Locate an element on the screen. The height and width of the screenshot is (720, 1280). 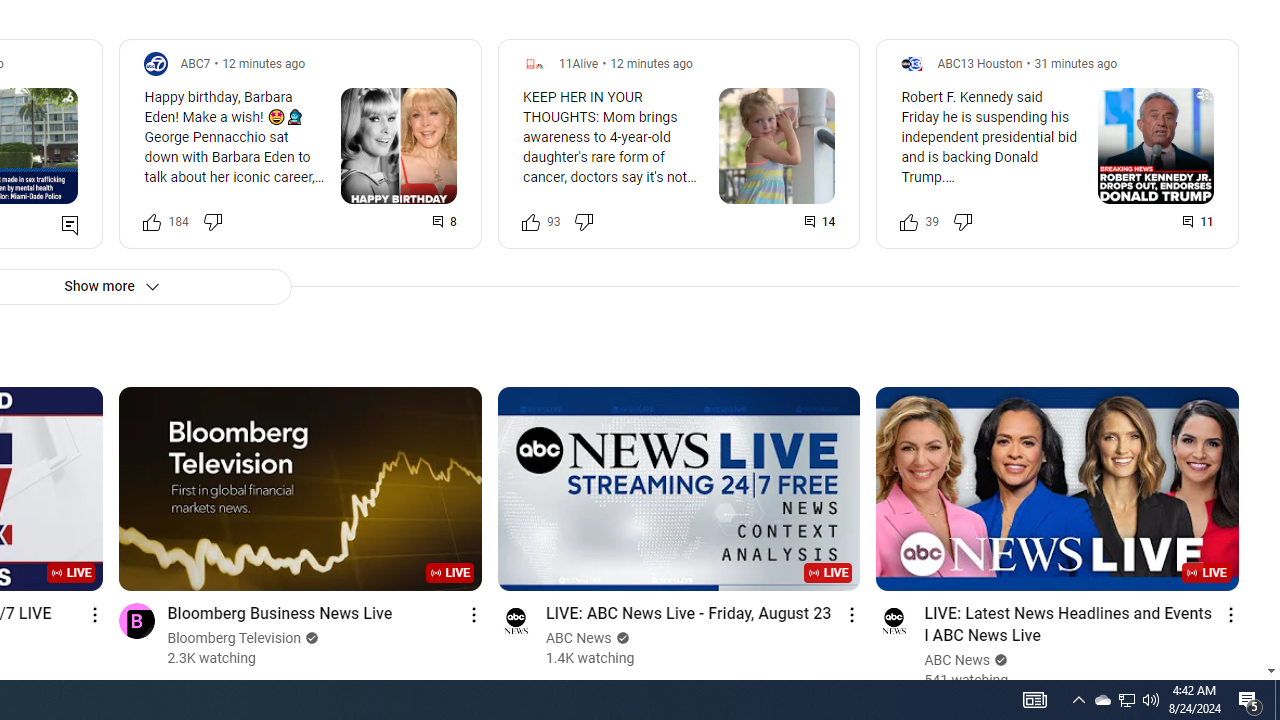
'31 minutes ago' is located at coordinates (1074, 62).